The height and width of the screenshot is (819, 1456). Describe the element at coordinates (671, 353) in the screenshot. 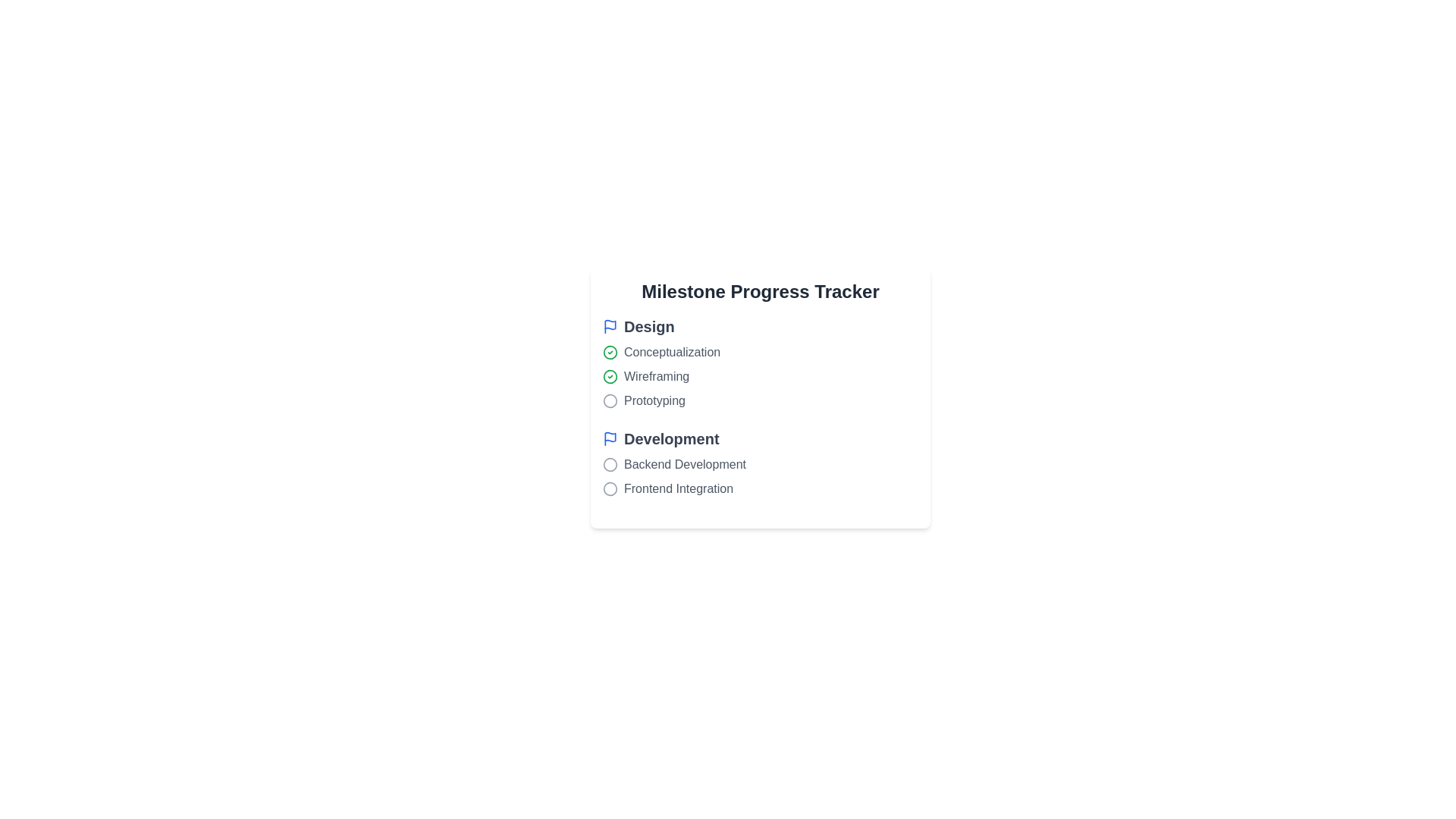

I see `the Text Label indicating the progress step 'Conceptualization' in the 'Design' category, which is positioned below a green checkmark icon and is the second item in the progress tracker` at that location.